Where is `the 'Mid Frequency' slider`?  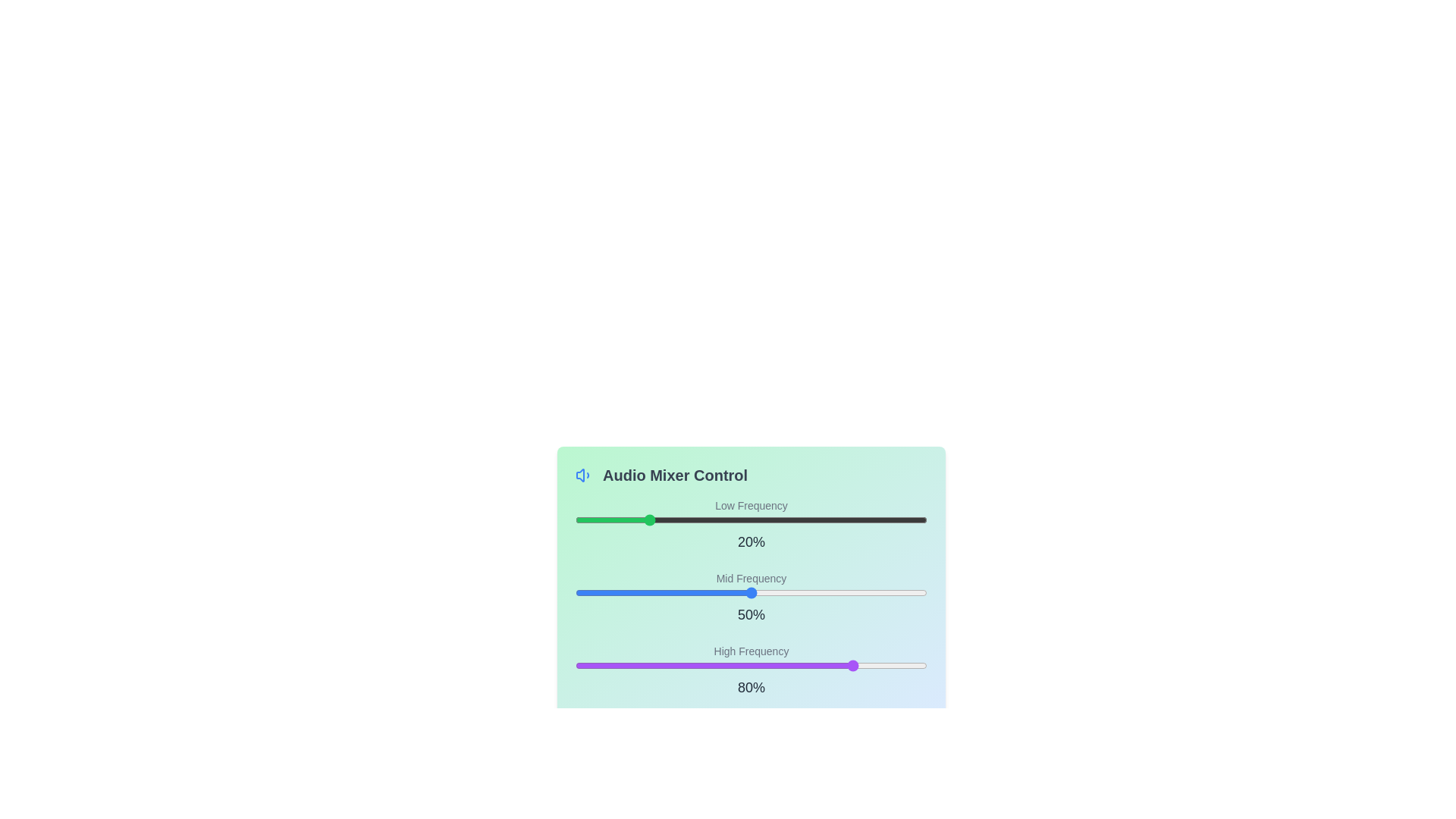
the 'Mid Frequency' slider is located at coordinates (772, 592).